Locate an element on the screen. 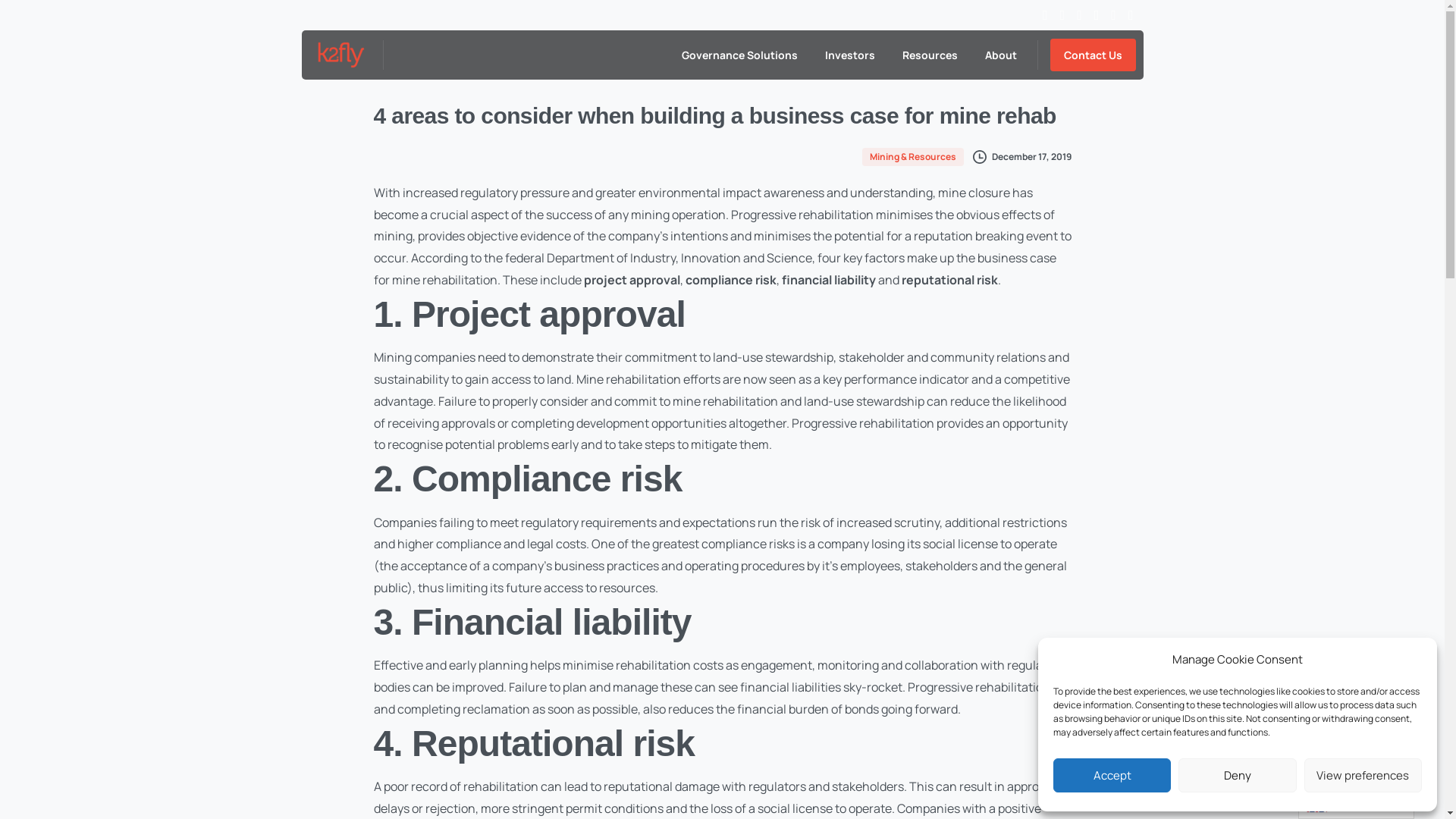 This screenshot has height=819, width=1456. 'Governance Solutions' is located at coordinates (673, 54).